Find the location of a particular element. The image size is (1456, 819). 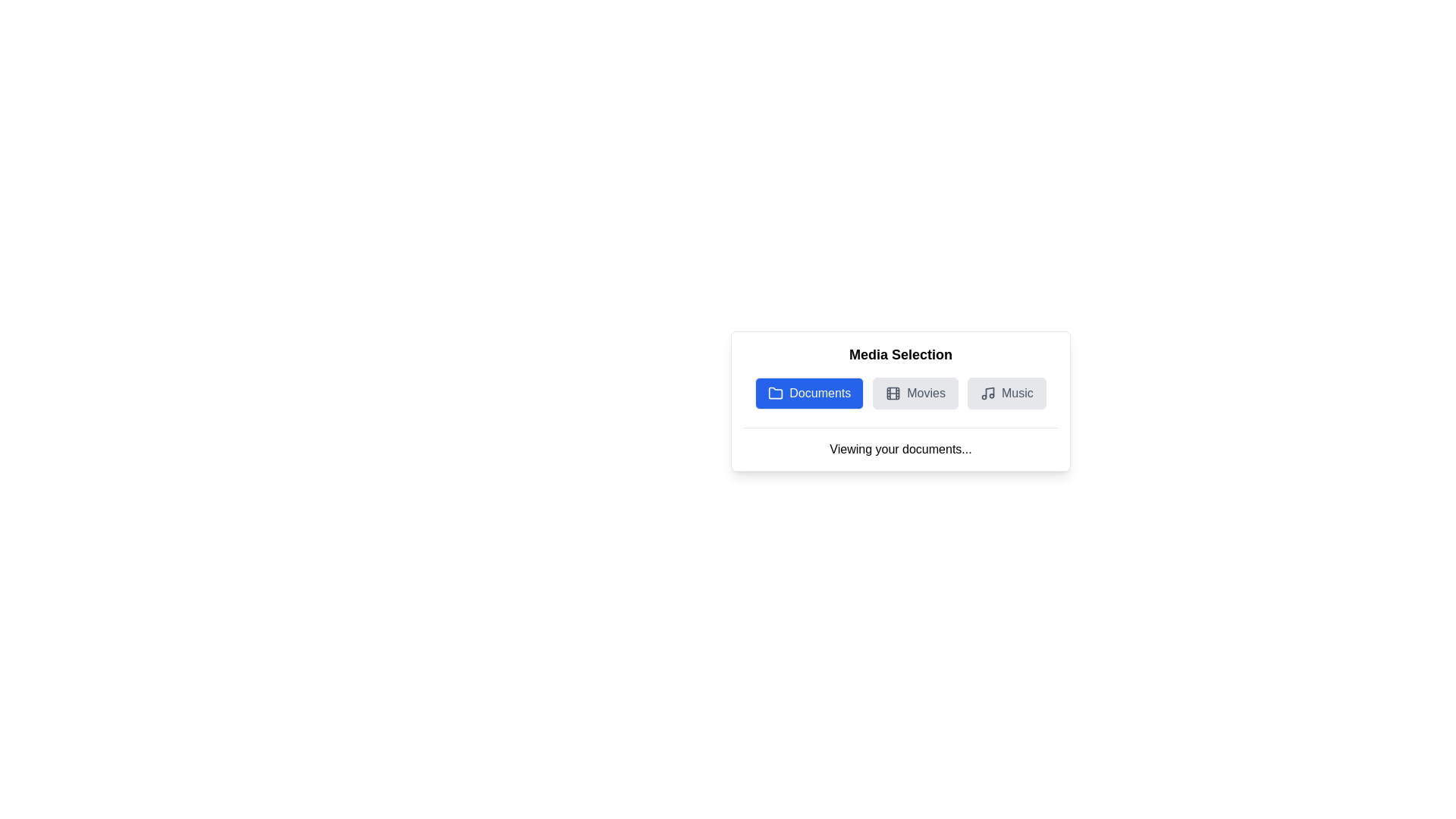

keyboard navigation is located at coordinates (808, 393).